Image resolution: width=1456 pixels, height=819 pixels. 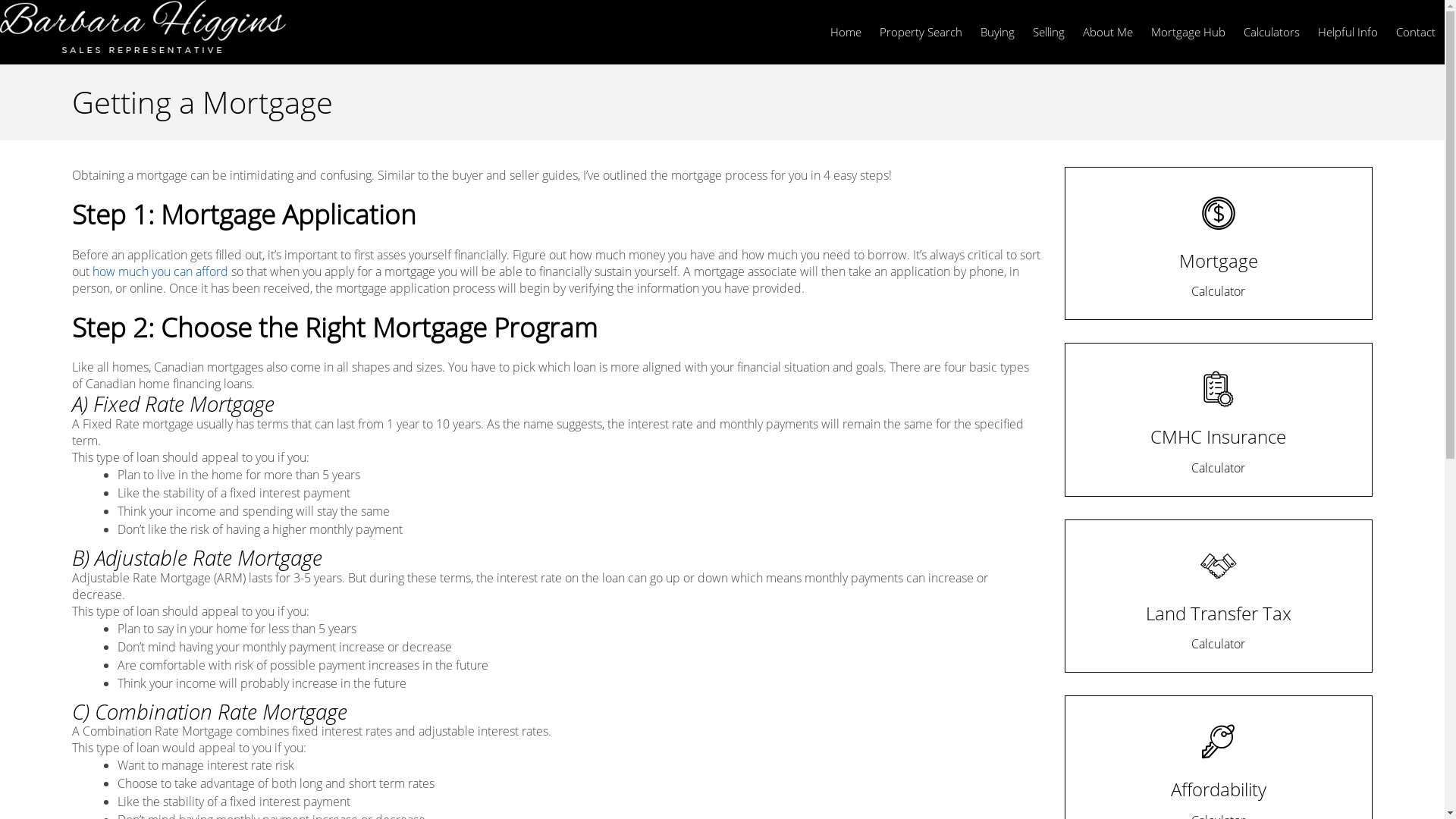 I want to click on 'About Me', so click(x=1073, y=32).